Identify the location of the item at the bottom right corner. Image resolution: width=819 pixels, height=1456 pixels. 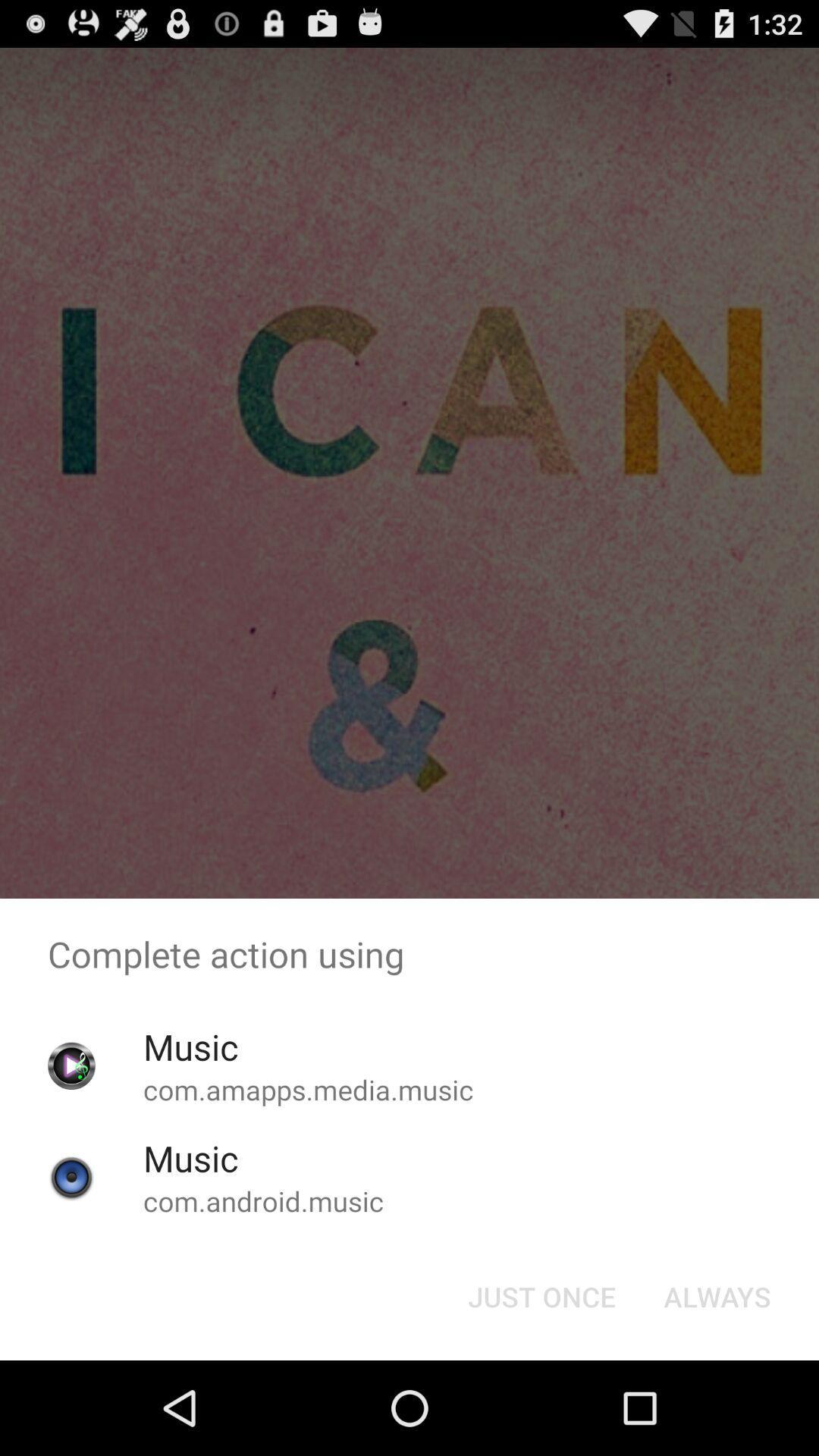
(717, 1295).